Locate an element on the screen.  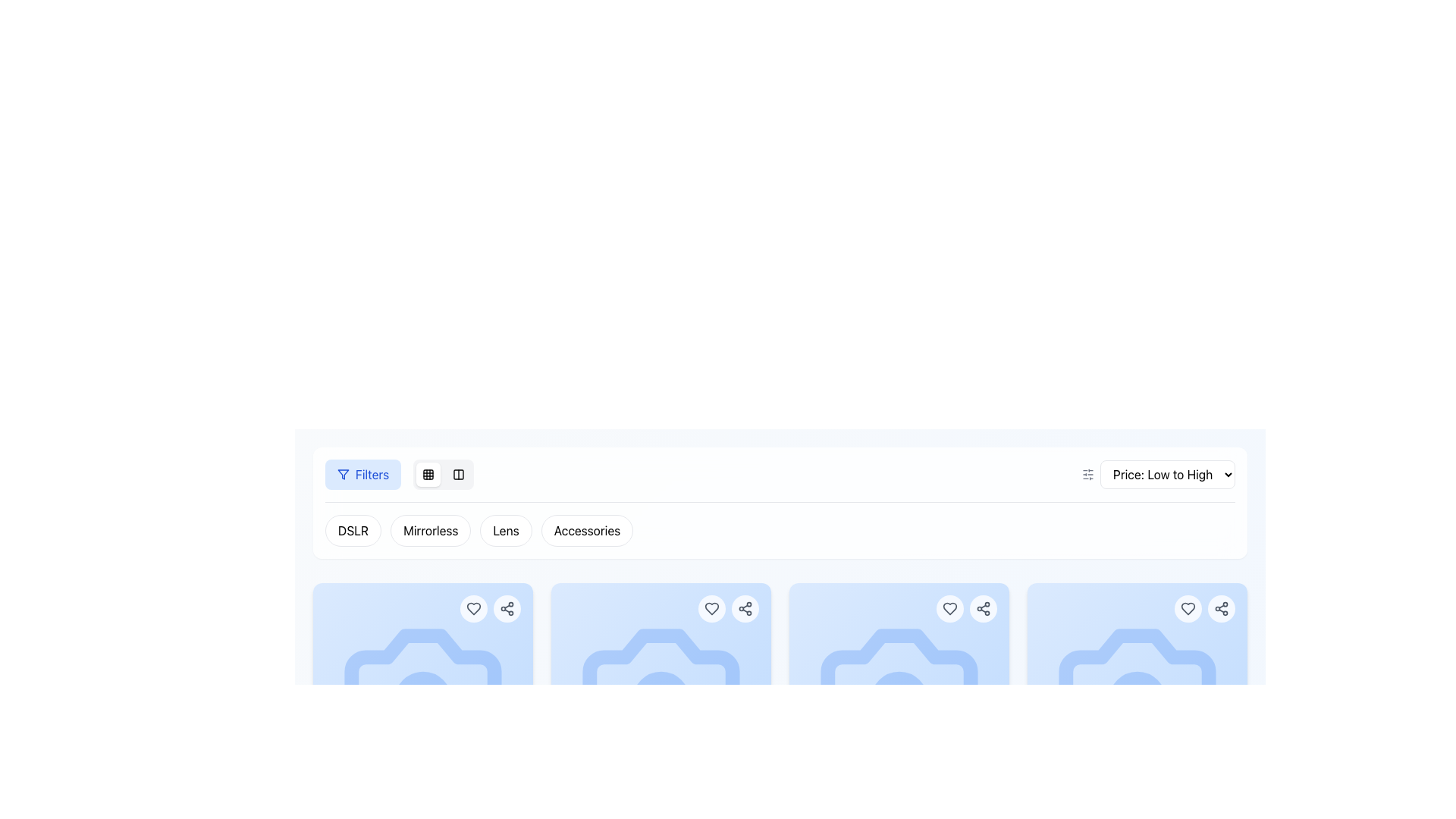
the 'Lens' button for keyboard navigation is located at coordinates (506, 529).